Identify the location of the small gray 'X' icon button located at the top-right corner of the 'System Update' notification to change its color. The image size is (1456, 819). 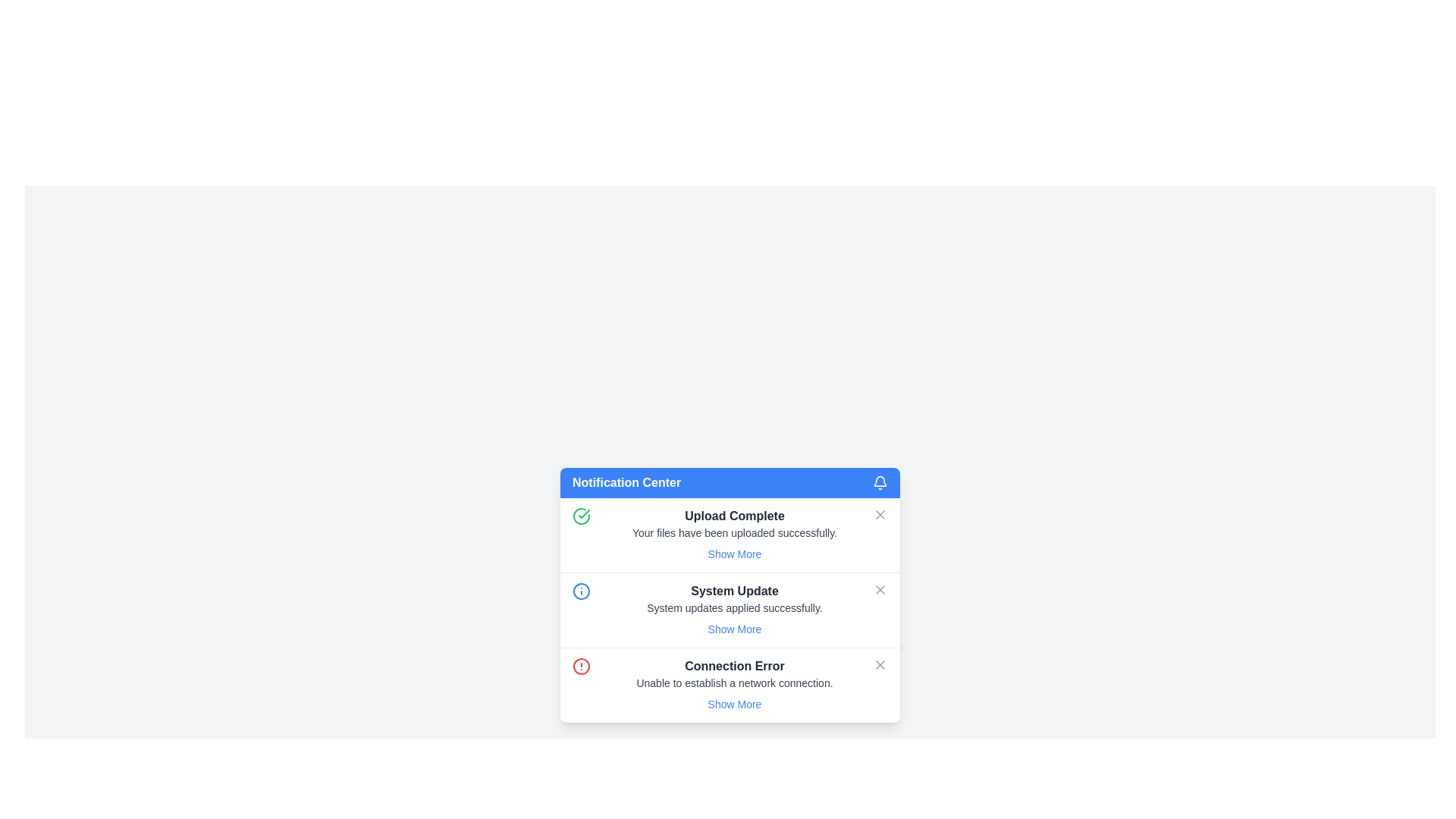
(880, 589).